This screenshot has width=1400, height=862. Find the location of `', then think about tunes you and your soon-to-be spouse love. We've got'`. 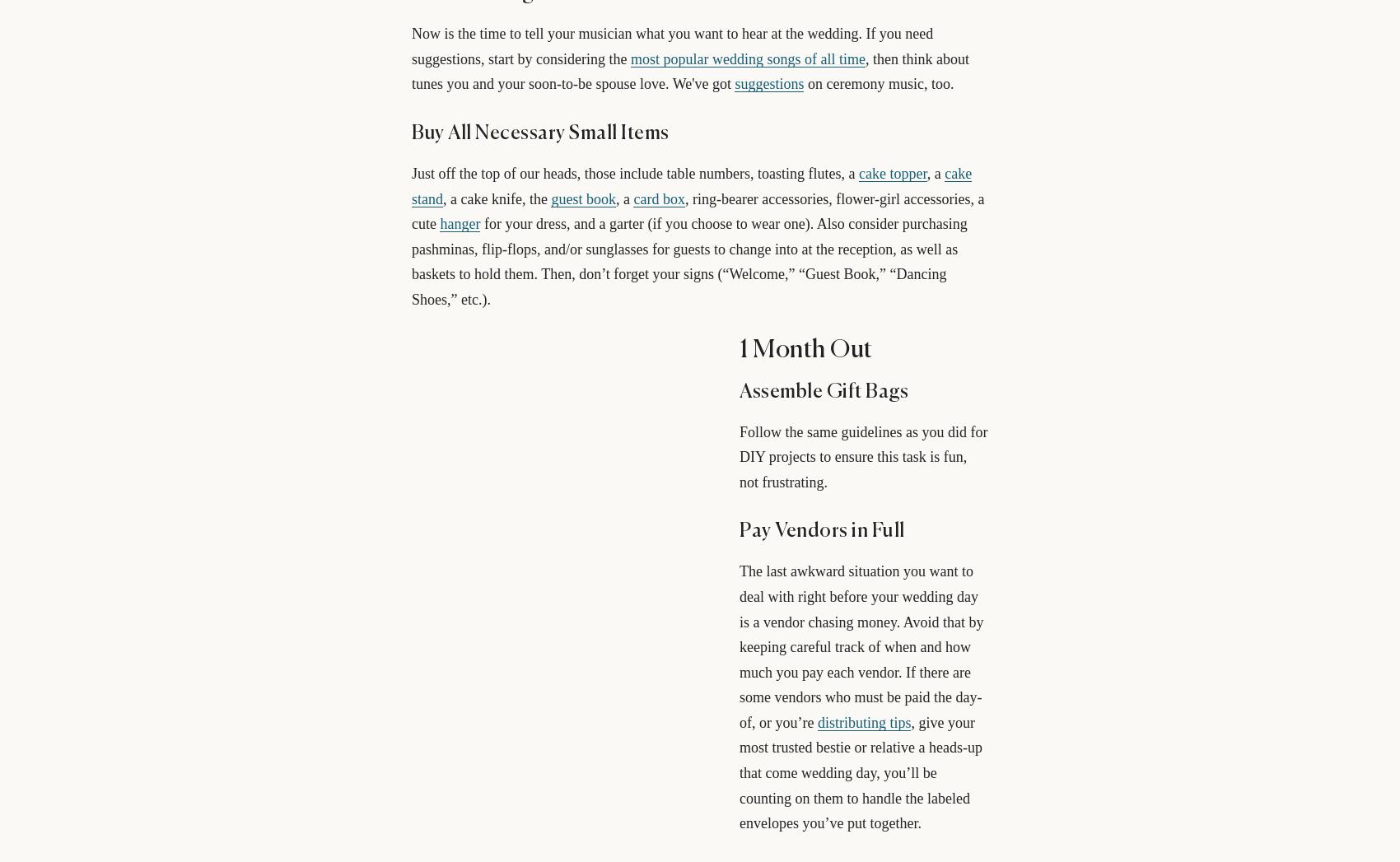

', then think about tunes you and your soon-to-be spouse love. We've got' is located at coordinates (688, 71).